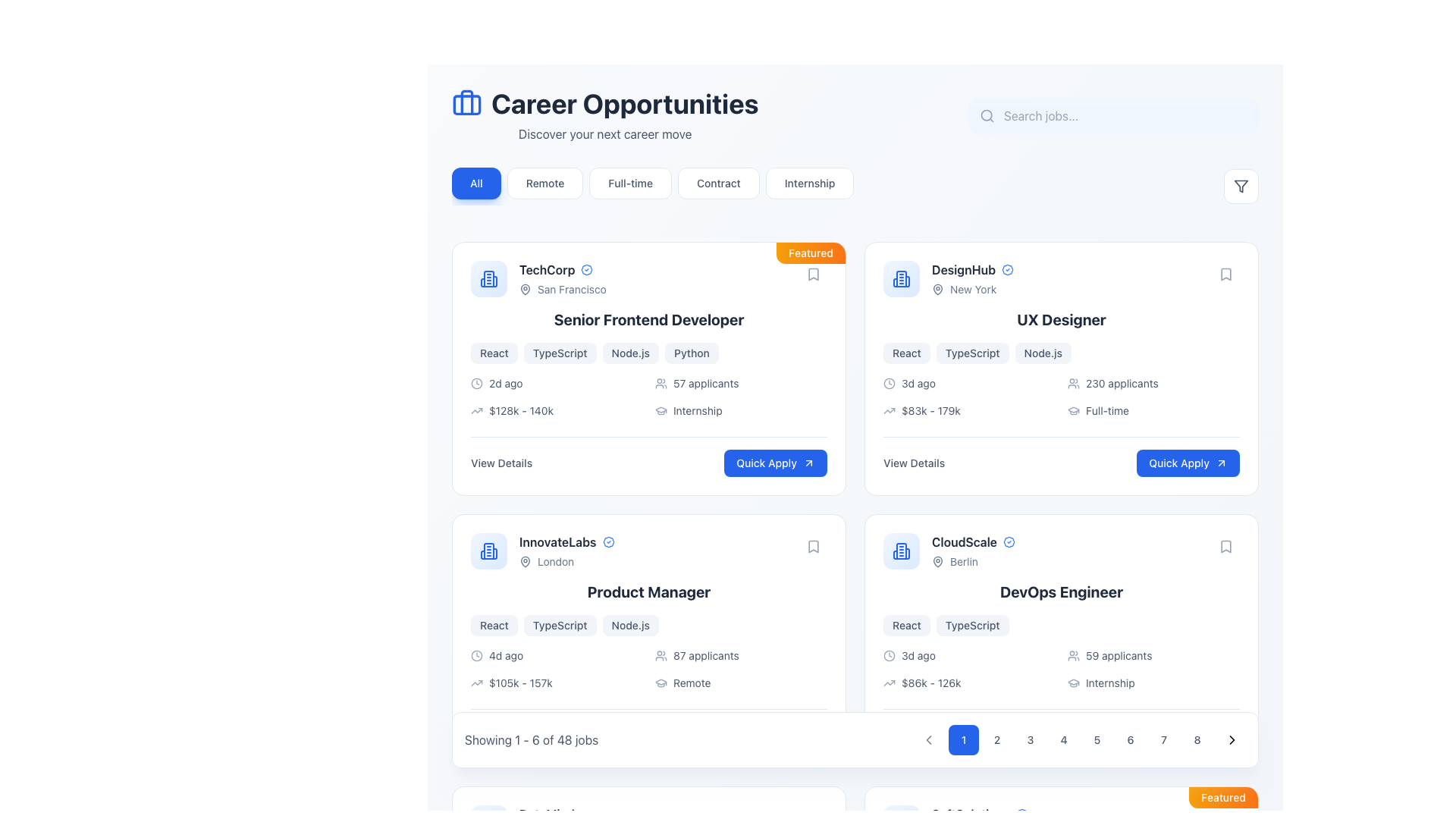 This screenshot has width=1456, height=819. What do you see at coordinates (937, 561) in the screenshot?
I see `the pin-shaped icon located next to the 'Berlin' location label in the CloudScale job listing card` at bounding box center [937, 561].